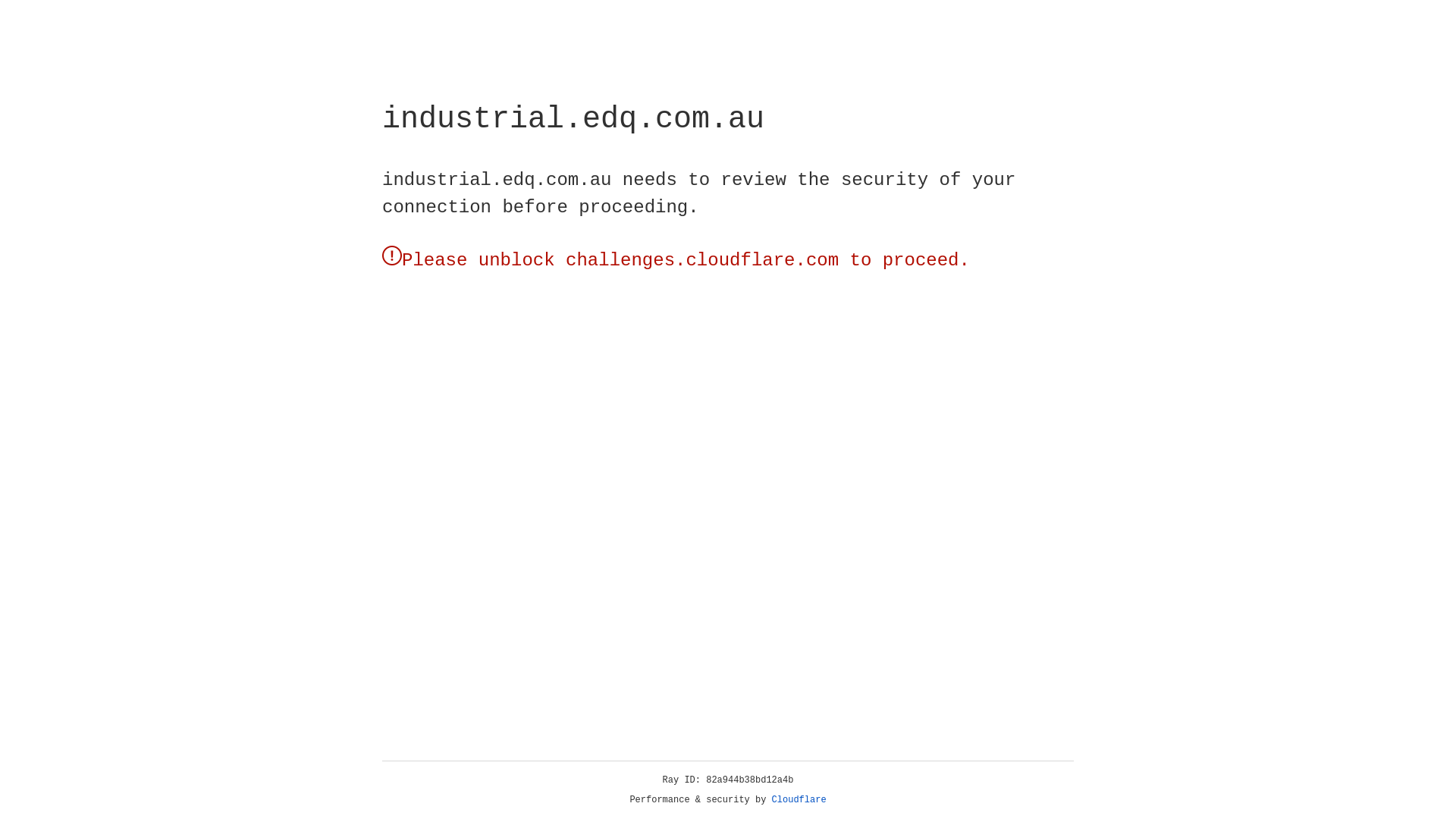  Describe the element at coordinates (771, 799) in the screenshot. I see `'Cloudflare'` at that location.